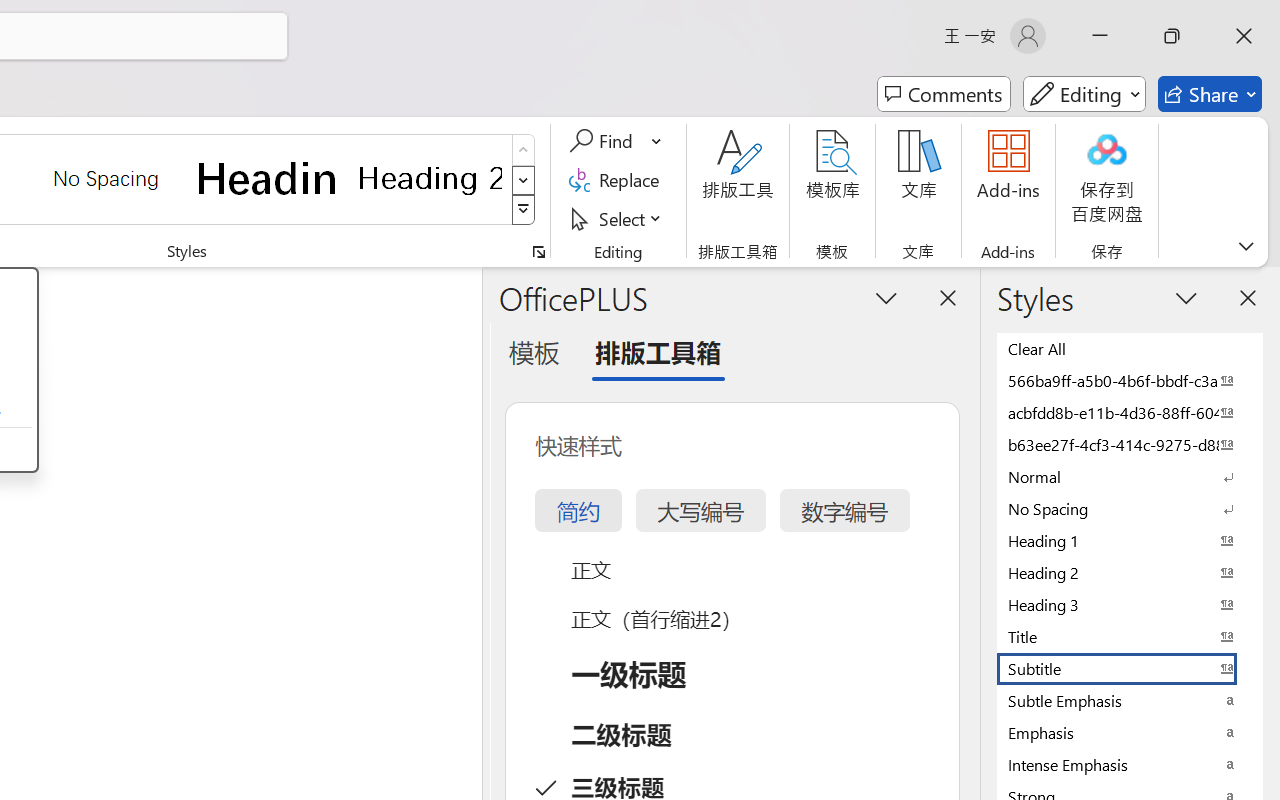 The image size is (1280, 800). What do you see at coordinates (1130, 635) in the screenshot?
I see `'Title'` at bounding box center [1130, 635].